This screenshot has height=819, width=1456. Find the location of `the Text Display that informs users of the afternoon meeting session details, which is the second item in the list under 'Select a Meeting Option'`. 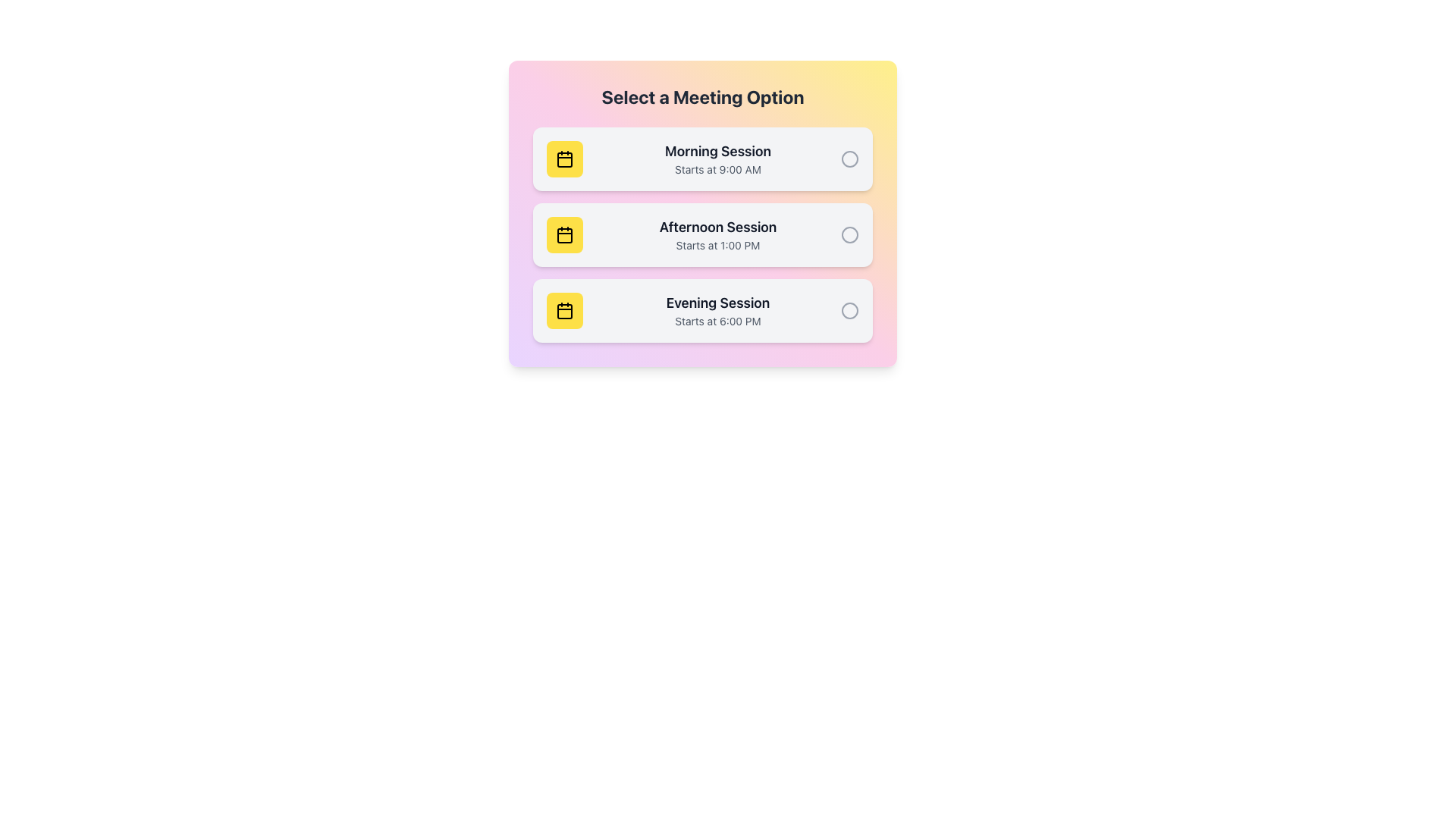

the Text Display that informs users of the afternoon meeting session details, which is the second item in the list under 'Select a Meeting Option' is located at coordinates (717, 234).